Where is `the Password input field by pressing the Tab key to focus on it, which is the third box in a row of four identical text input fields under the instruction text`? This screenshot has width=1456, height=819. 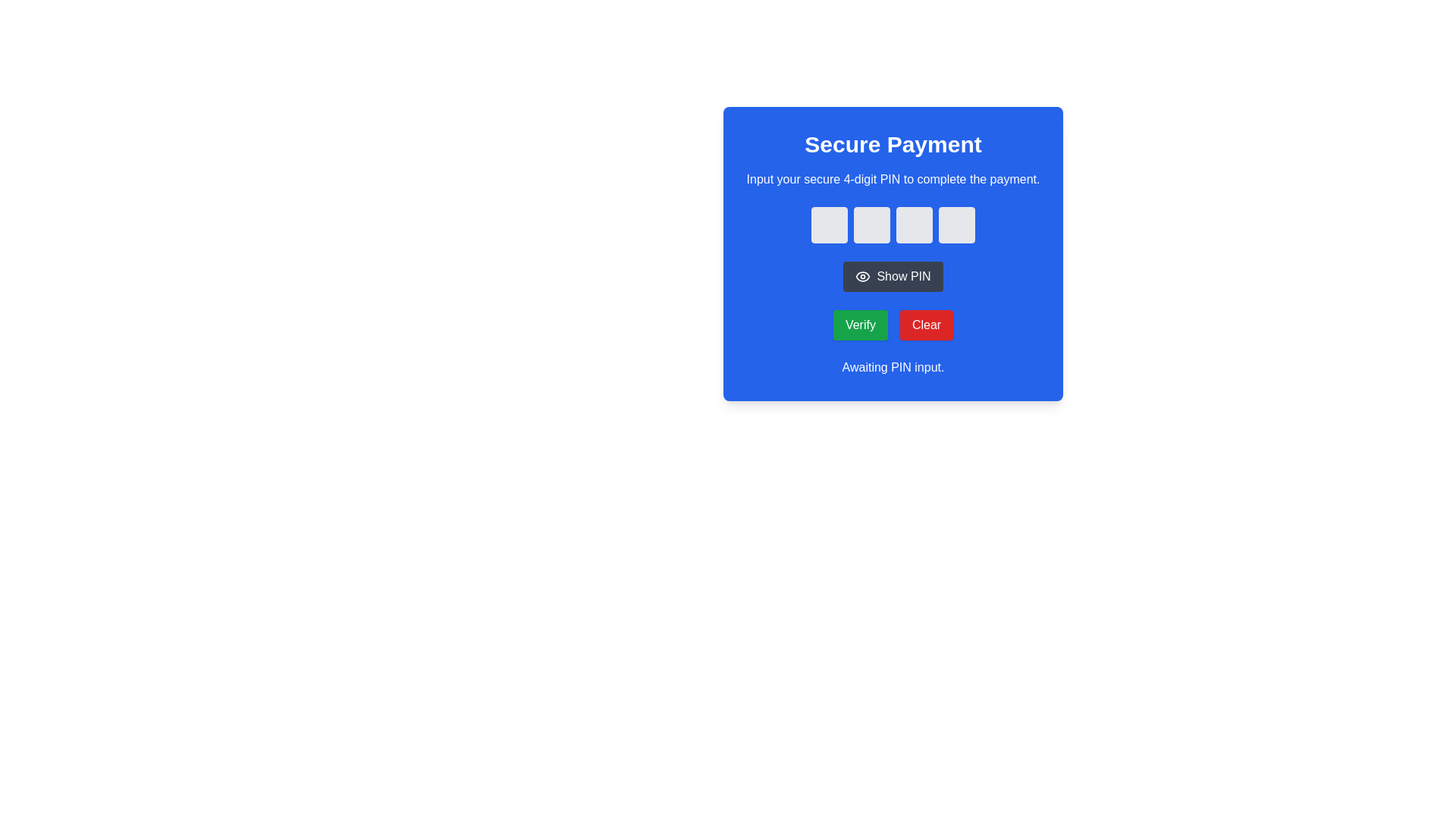
the Password input field by pressing the Tab key to focus on it, which is the third box in a row of four identical text input fields under the instruction text is located at coordinates (913, 225).